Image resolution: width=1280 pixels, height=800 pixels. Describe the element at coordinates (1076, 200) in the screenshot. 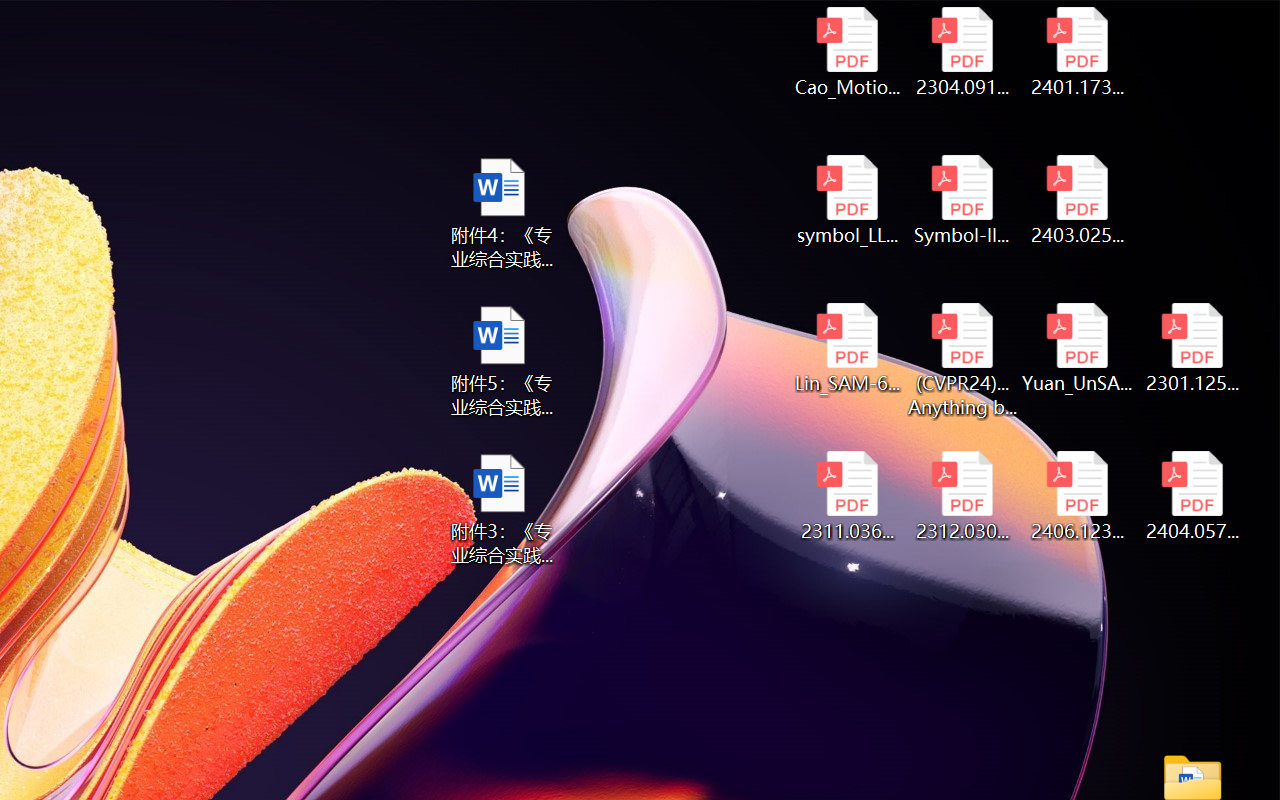

I see `'2403.02502v1.pdf'` at that location.